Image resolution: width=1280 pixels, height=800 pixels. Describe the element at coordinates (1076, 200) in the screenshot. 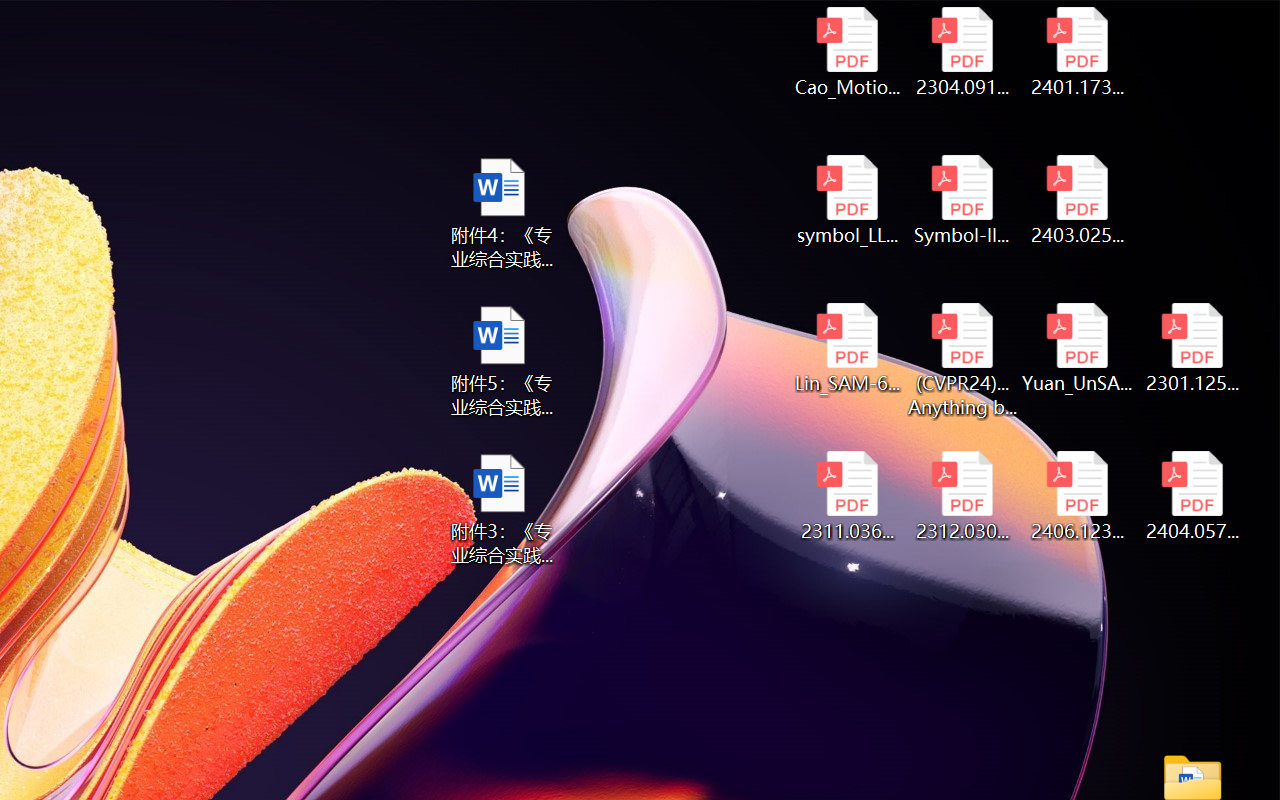

I see `'2403.02502v1.pdf'` at that location.